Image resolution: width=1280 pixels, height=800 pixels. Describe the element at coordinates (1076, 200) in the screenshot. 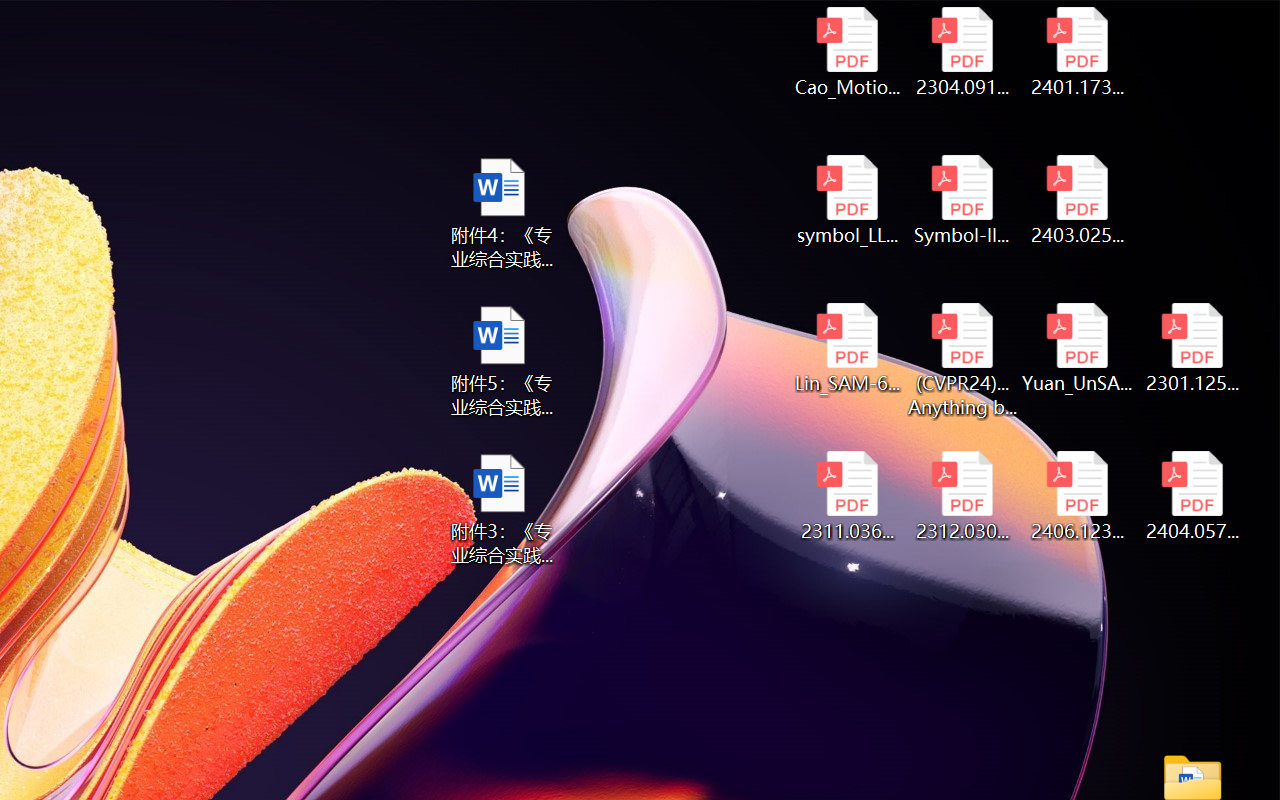

I see `'2403.02502v1.pdf'` at that location.